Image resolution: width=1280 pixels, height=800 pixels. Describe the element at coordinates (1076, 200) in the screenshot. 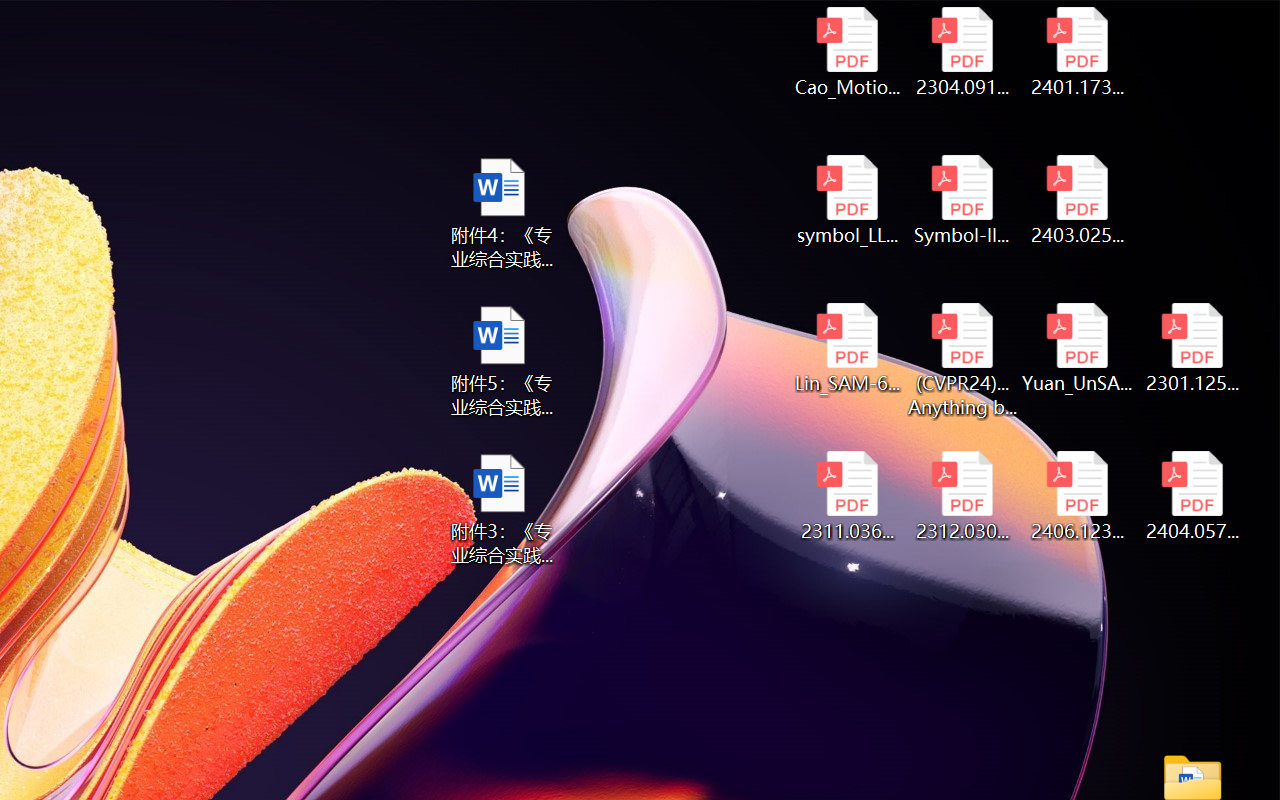

I see `'2403.02502v1.pdf'` at that location.